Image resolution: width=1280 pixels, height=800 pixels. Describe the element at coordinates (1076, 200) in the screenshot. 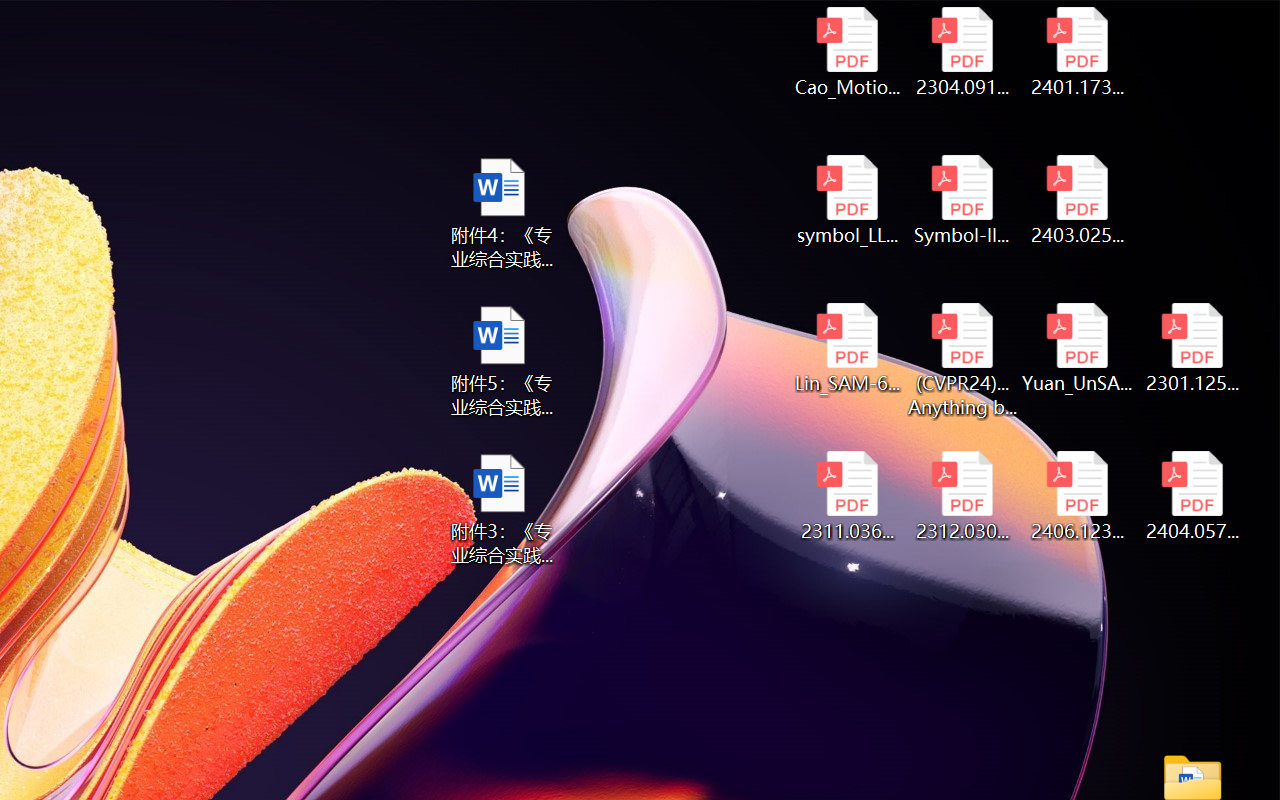

I see `'2403.02502v1.pdf'` at that location.